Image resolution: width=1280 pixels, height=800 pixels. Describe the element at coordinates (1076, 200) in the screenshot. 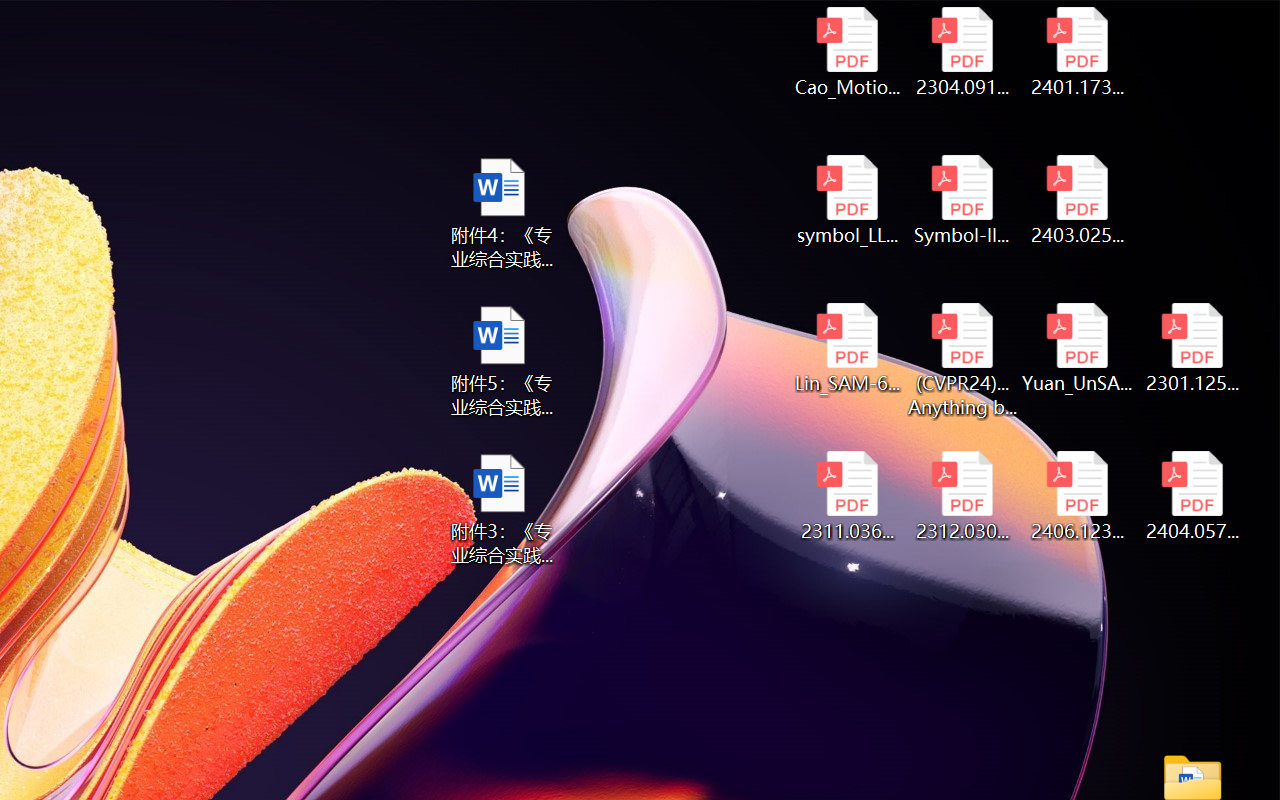

I see `'2403.02502v1.pdf'` at that location.